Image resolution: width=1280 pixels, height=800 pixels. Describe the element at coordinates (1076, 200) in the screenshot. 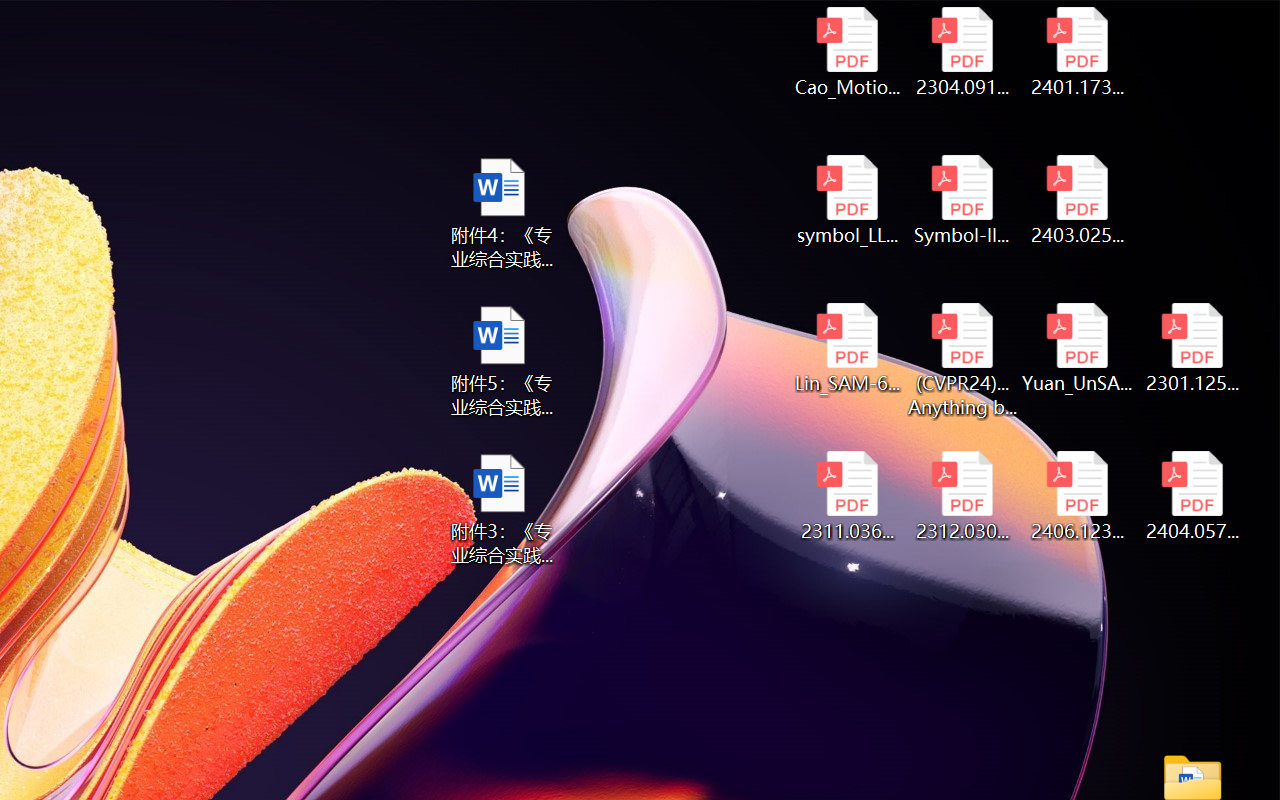

I see `'2403.02502v1.pdf'` at that location.